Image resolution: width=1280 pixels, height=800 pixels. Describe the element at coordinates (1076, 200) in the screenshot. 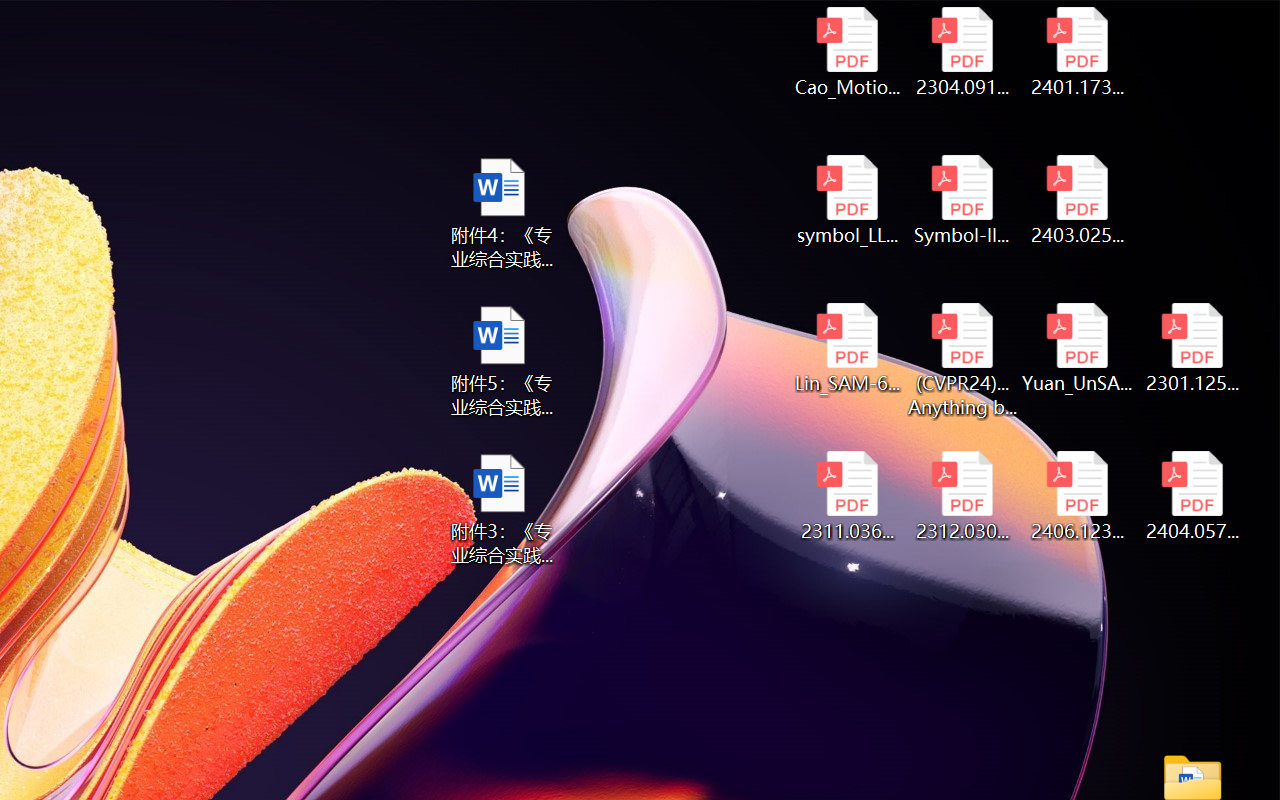

I see `'2403.02502v1.pdf'` at that location.